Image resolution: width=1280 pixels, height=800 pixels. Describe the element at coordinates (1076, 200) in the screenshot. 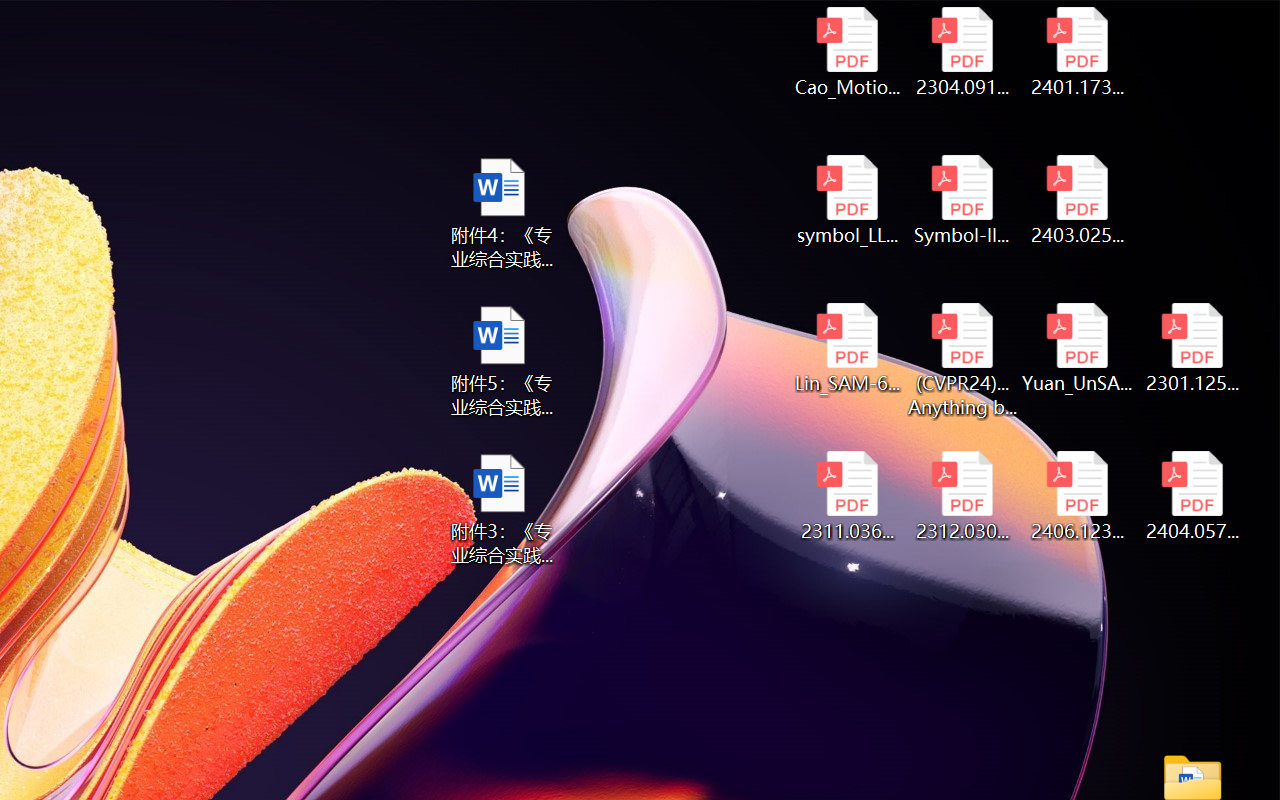

I see `'2403.02502v1.pdf'` at that location.